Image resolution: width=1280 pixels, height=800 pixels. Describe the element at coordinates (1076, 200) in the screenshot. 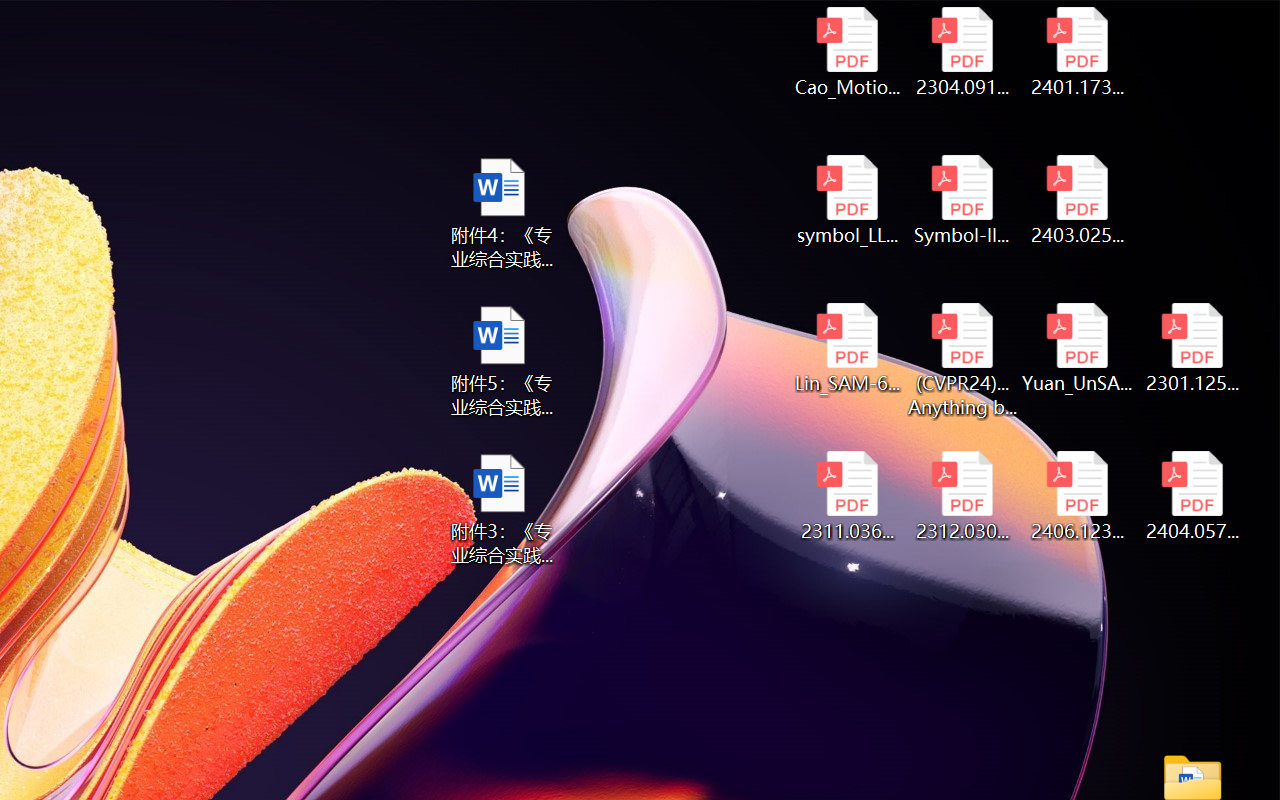

I see `'2403.02502v1.pdf'` at that location.